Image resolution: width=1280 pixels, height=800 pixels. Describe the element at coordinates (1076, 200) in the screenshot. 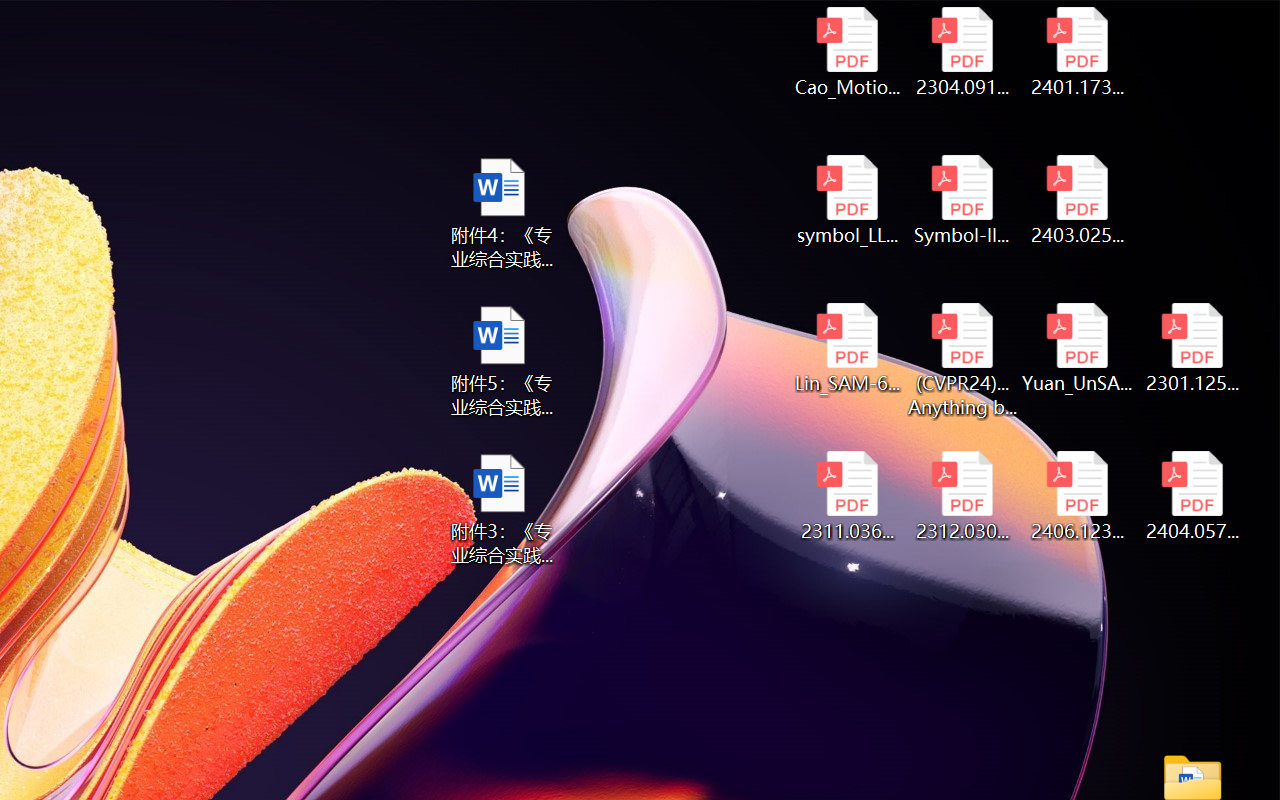

I see `'2403.02502v1.pdf'` at that location.